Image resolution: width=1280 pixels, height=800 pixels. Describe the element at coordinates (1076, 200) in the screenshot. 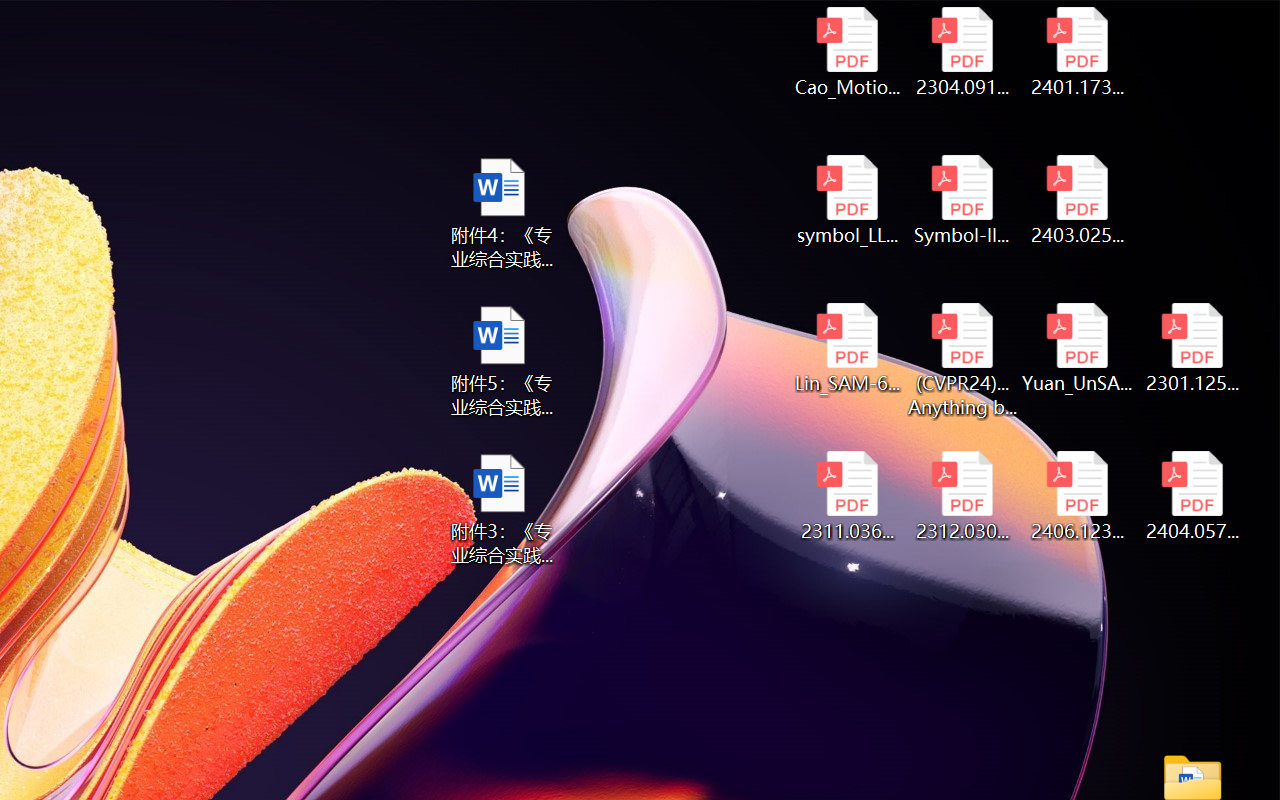

I see `'2403.02502v1.pdf'` at that location.